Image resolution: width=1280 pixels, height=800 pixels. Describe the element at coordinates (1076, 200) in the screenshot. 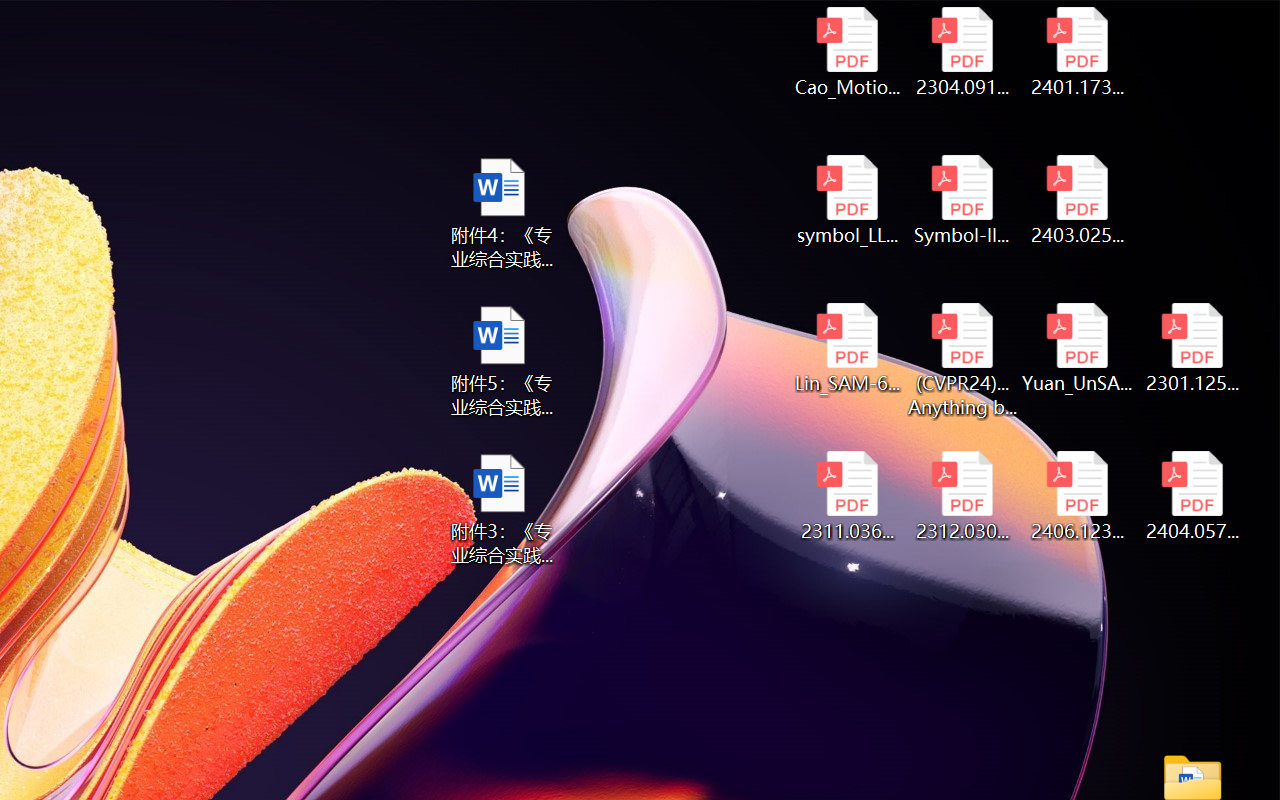

I see `'2403.02502v1.pdf'` at that location.